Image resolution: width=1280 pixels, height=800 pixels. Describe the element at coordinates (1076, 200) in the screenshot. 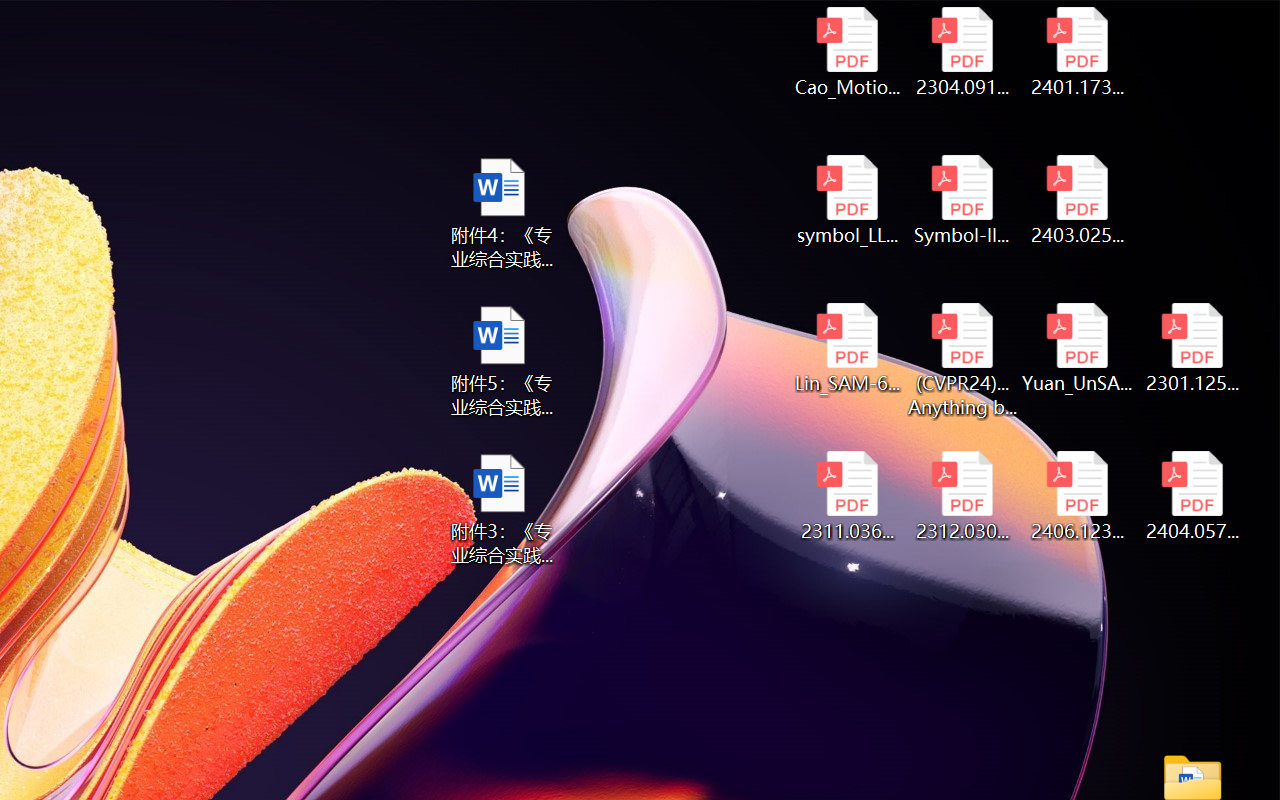

I see `'2403.02502v1.pdf'` at that location.